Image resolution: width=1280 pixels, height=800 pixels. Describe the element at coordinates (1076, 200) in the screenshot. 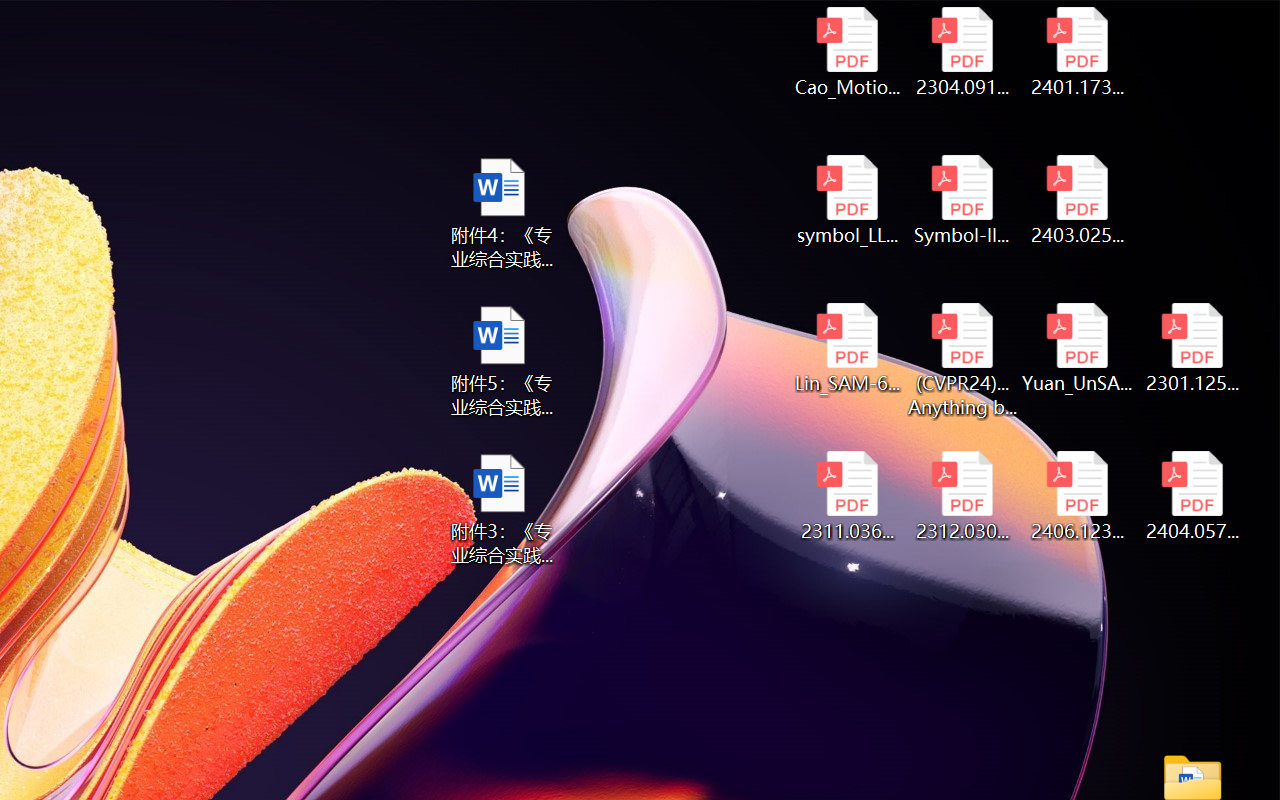

I see `'2403.02502v1.pdf'` at that location.